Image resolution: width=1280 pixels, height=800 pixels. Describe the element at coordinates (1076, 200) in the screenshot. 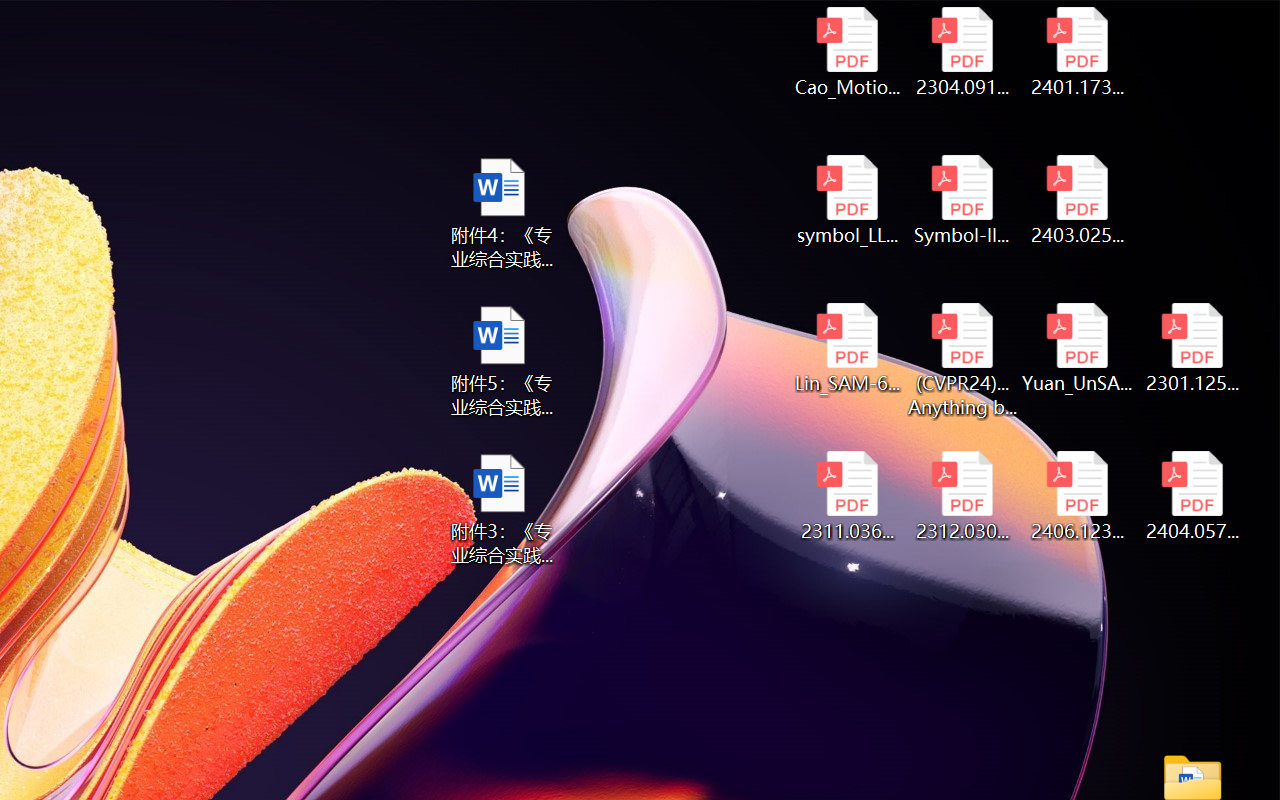

I see `'2403.02502v1.pdf'` at that location.